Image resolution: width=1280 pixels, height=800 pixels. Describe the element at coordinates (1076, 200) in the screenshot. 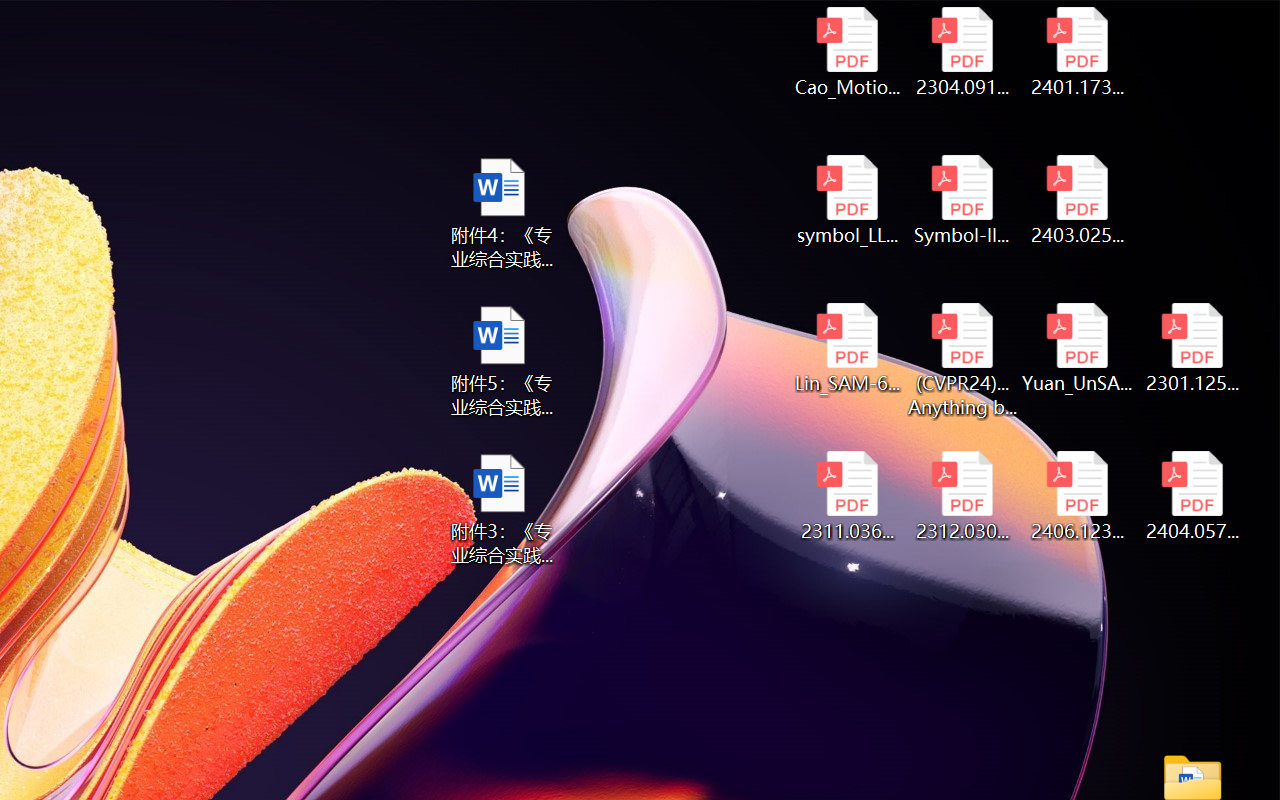

I see `'2403.02502v1.pdf'` at that location.